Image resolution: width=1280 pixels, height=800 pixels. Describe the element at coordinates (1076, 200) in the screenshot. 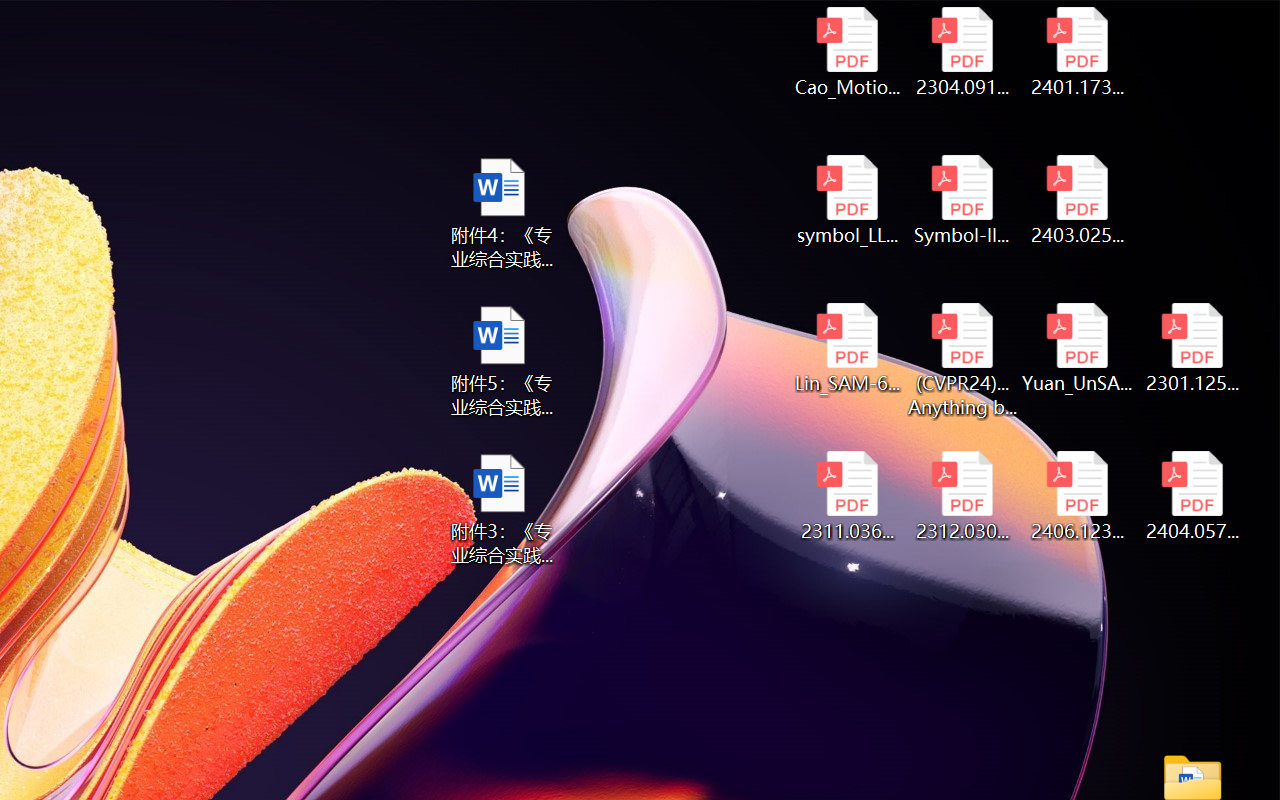

I see `'2403.02502v1.pdf'` at that location.